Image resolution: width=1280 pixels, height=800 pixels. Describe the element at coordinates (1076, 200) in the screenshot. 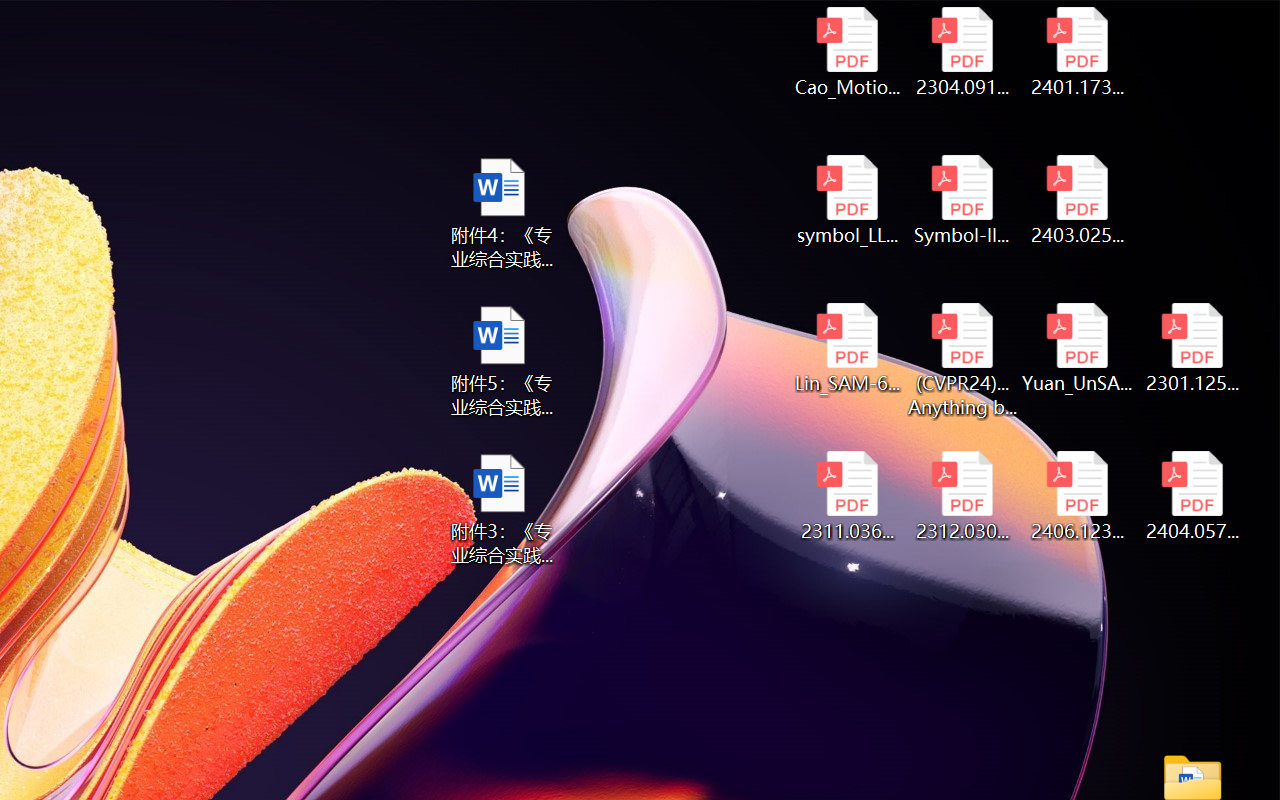

I see `'2403.02502v1.pdf'` at that location.